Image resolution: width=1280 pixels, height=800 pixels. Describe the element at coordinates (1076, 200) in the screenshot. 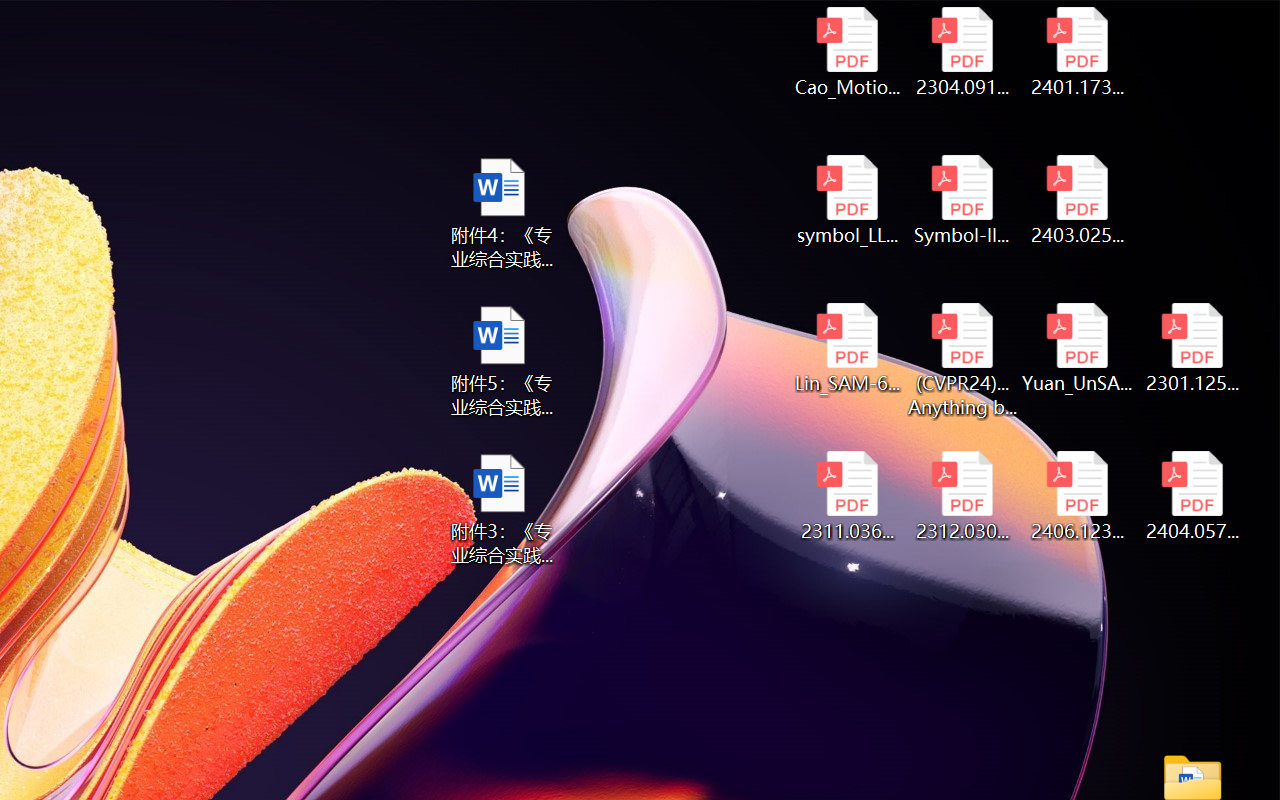

I see `'2403.02502v1.pdf'` at that location.